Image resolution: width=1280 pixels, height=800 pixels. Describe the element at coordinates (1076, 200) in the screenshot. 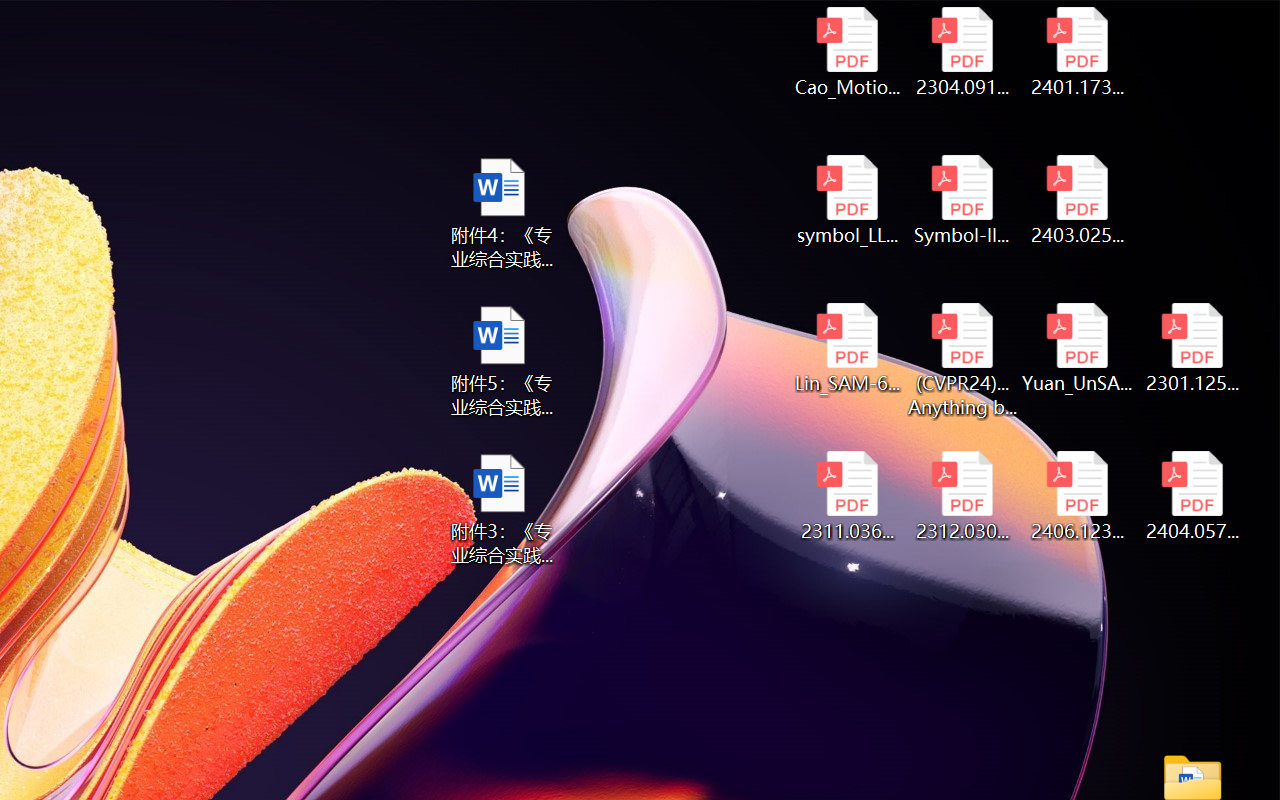

I see `'2403.02502v1.pdf'` at that location.